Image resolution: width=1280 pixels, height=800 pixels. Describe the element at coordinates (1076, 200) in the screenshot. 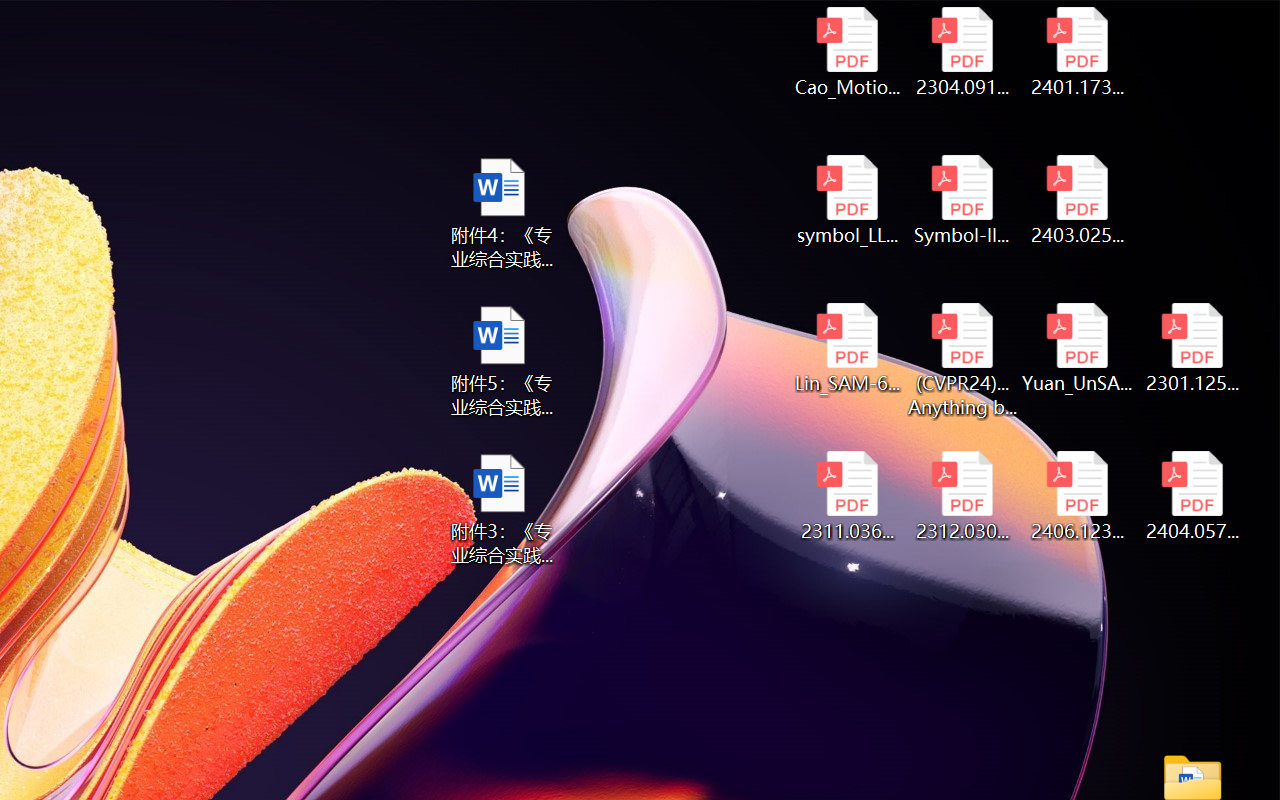

I see `'2403.02502v1.pdf'` at that location.